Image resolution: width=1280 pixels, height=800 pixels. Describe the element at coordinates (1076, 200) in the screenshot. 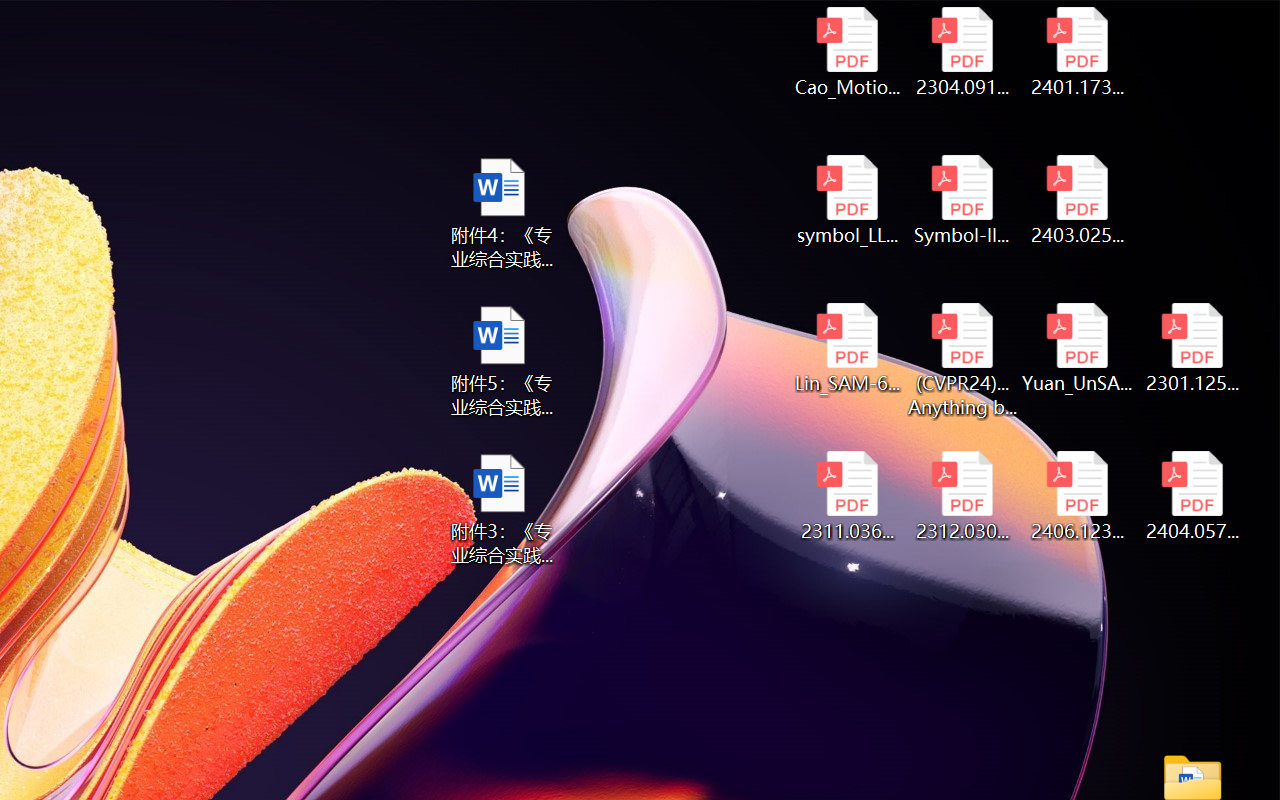

I see `'2403.02502v1.pdf'` at that location.